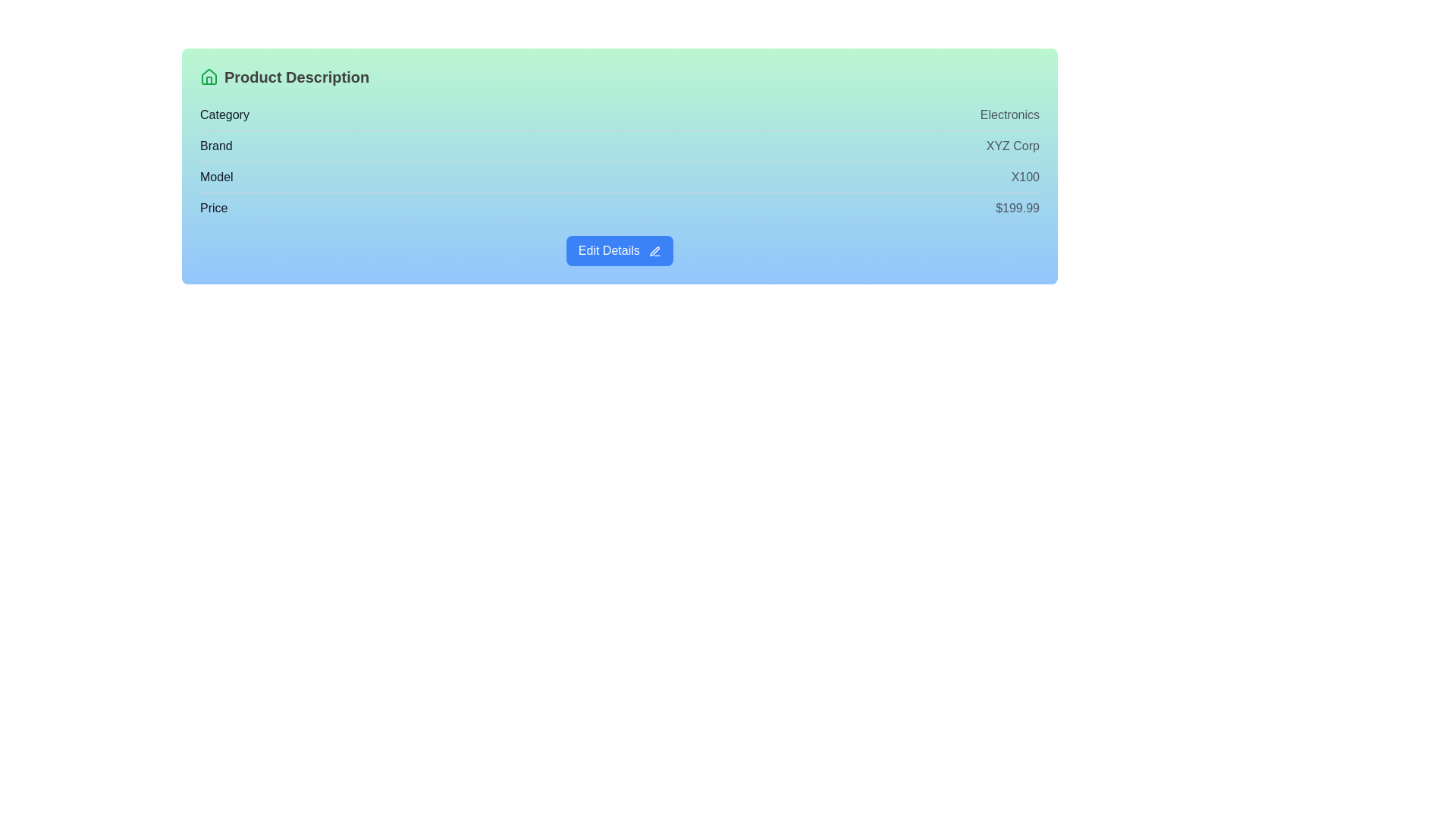  What do you see at coordinates (297, 77) in the screenshot?
I see `the Text Label that serves as a header for product details, located at the top-left section of the interface, next to a green house-shaped icon` at bounding box center [297, 77].